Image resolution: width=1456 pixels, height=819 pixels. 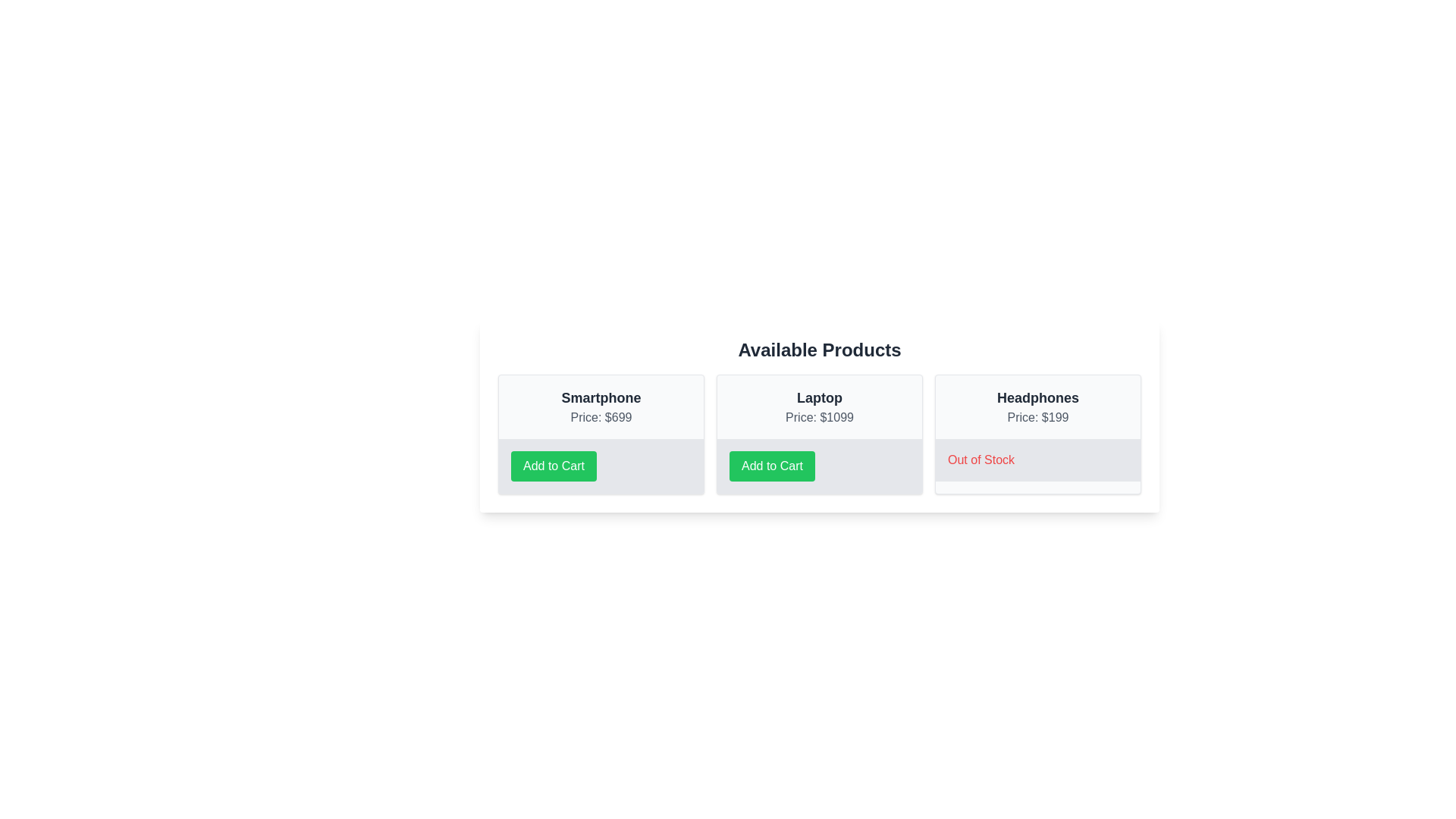 I want to click on the 'Smartphone' text label displayed in bold above the price information within the first product card, so click(x=600, y=397).